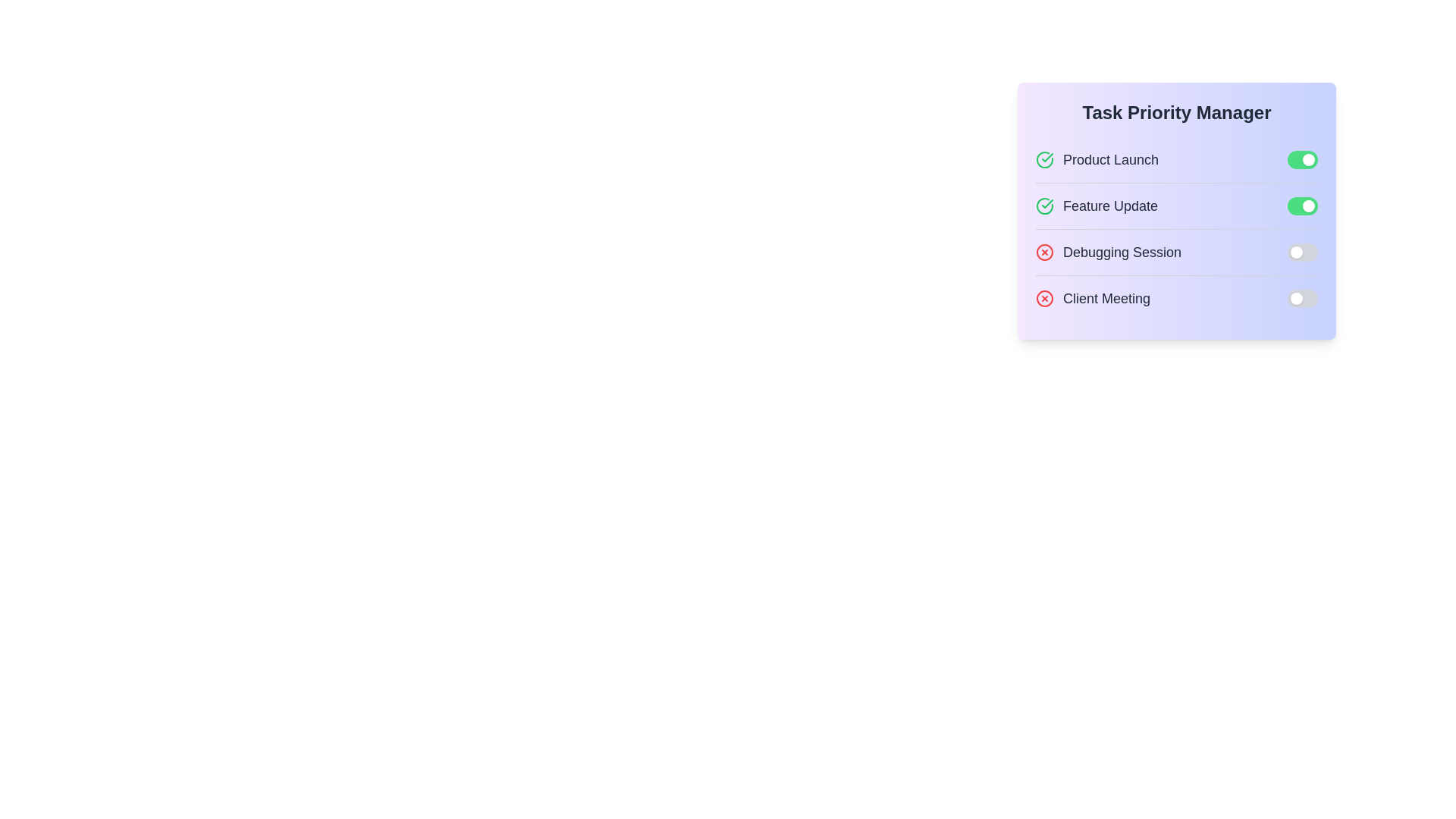 The height and width of the screenshot is (819, 1456). What do you see at coordinates (1097, 160) in the screenshot?
I see `the task with title Product Launch` at bounding box center [1097, 160].